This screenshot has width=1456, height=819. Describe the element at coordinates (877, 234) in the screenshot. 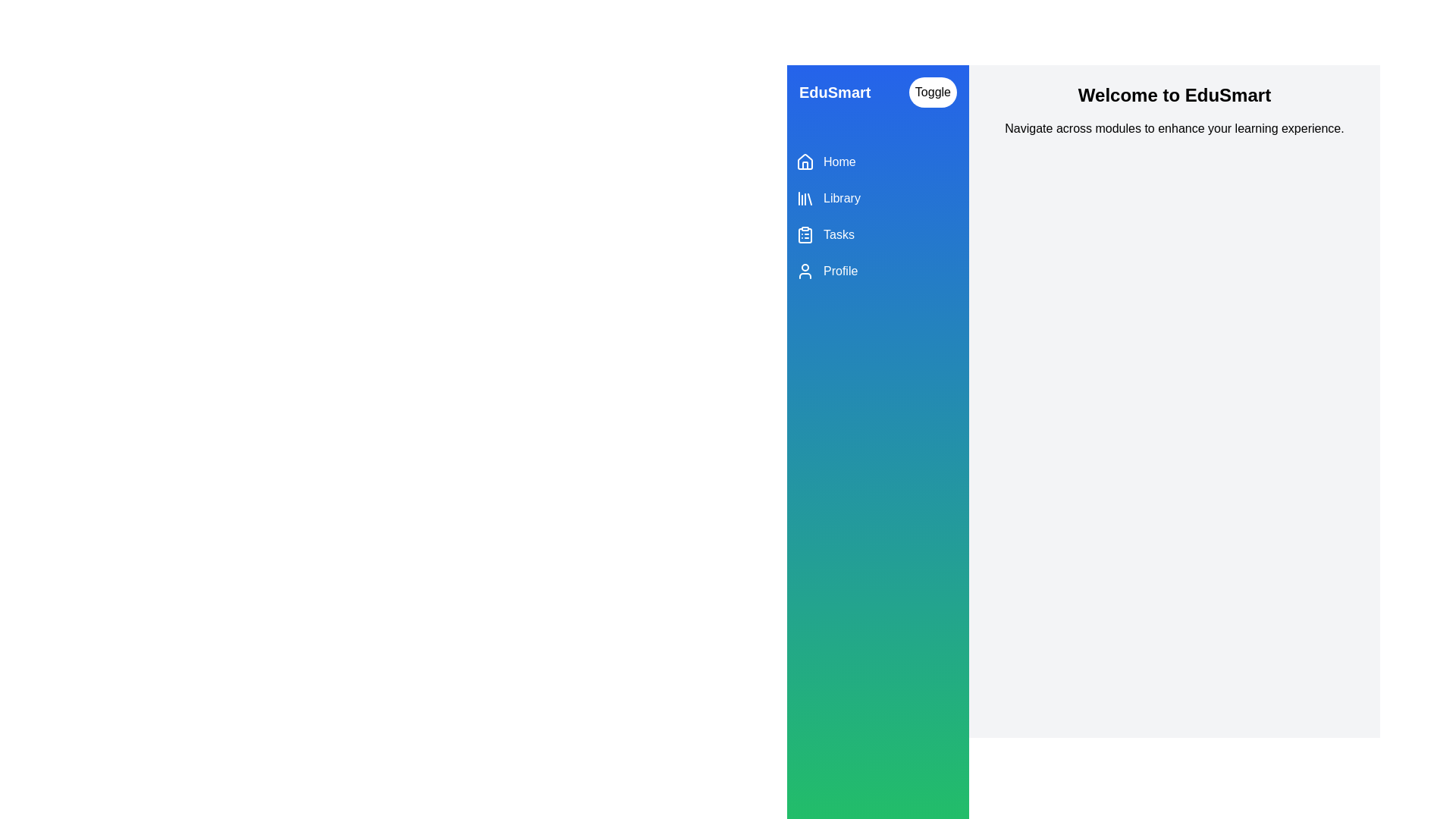

I see `the Tasks item in the drawer menu` at that location.